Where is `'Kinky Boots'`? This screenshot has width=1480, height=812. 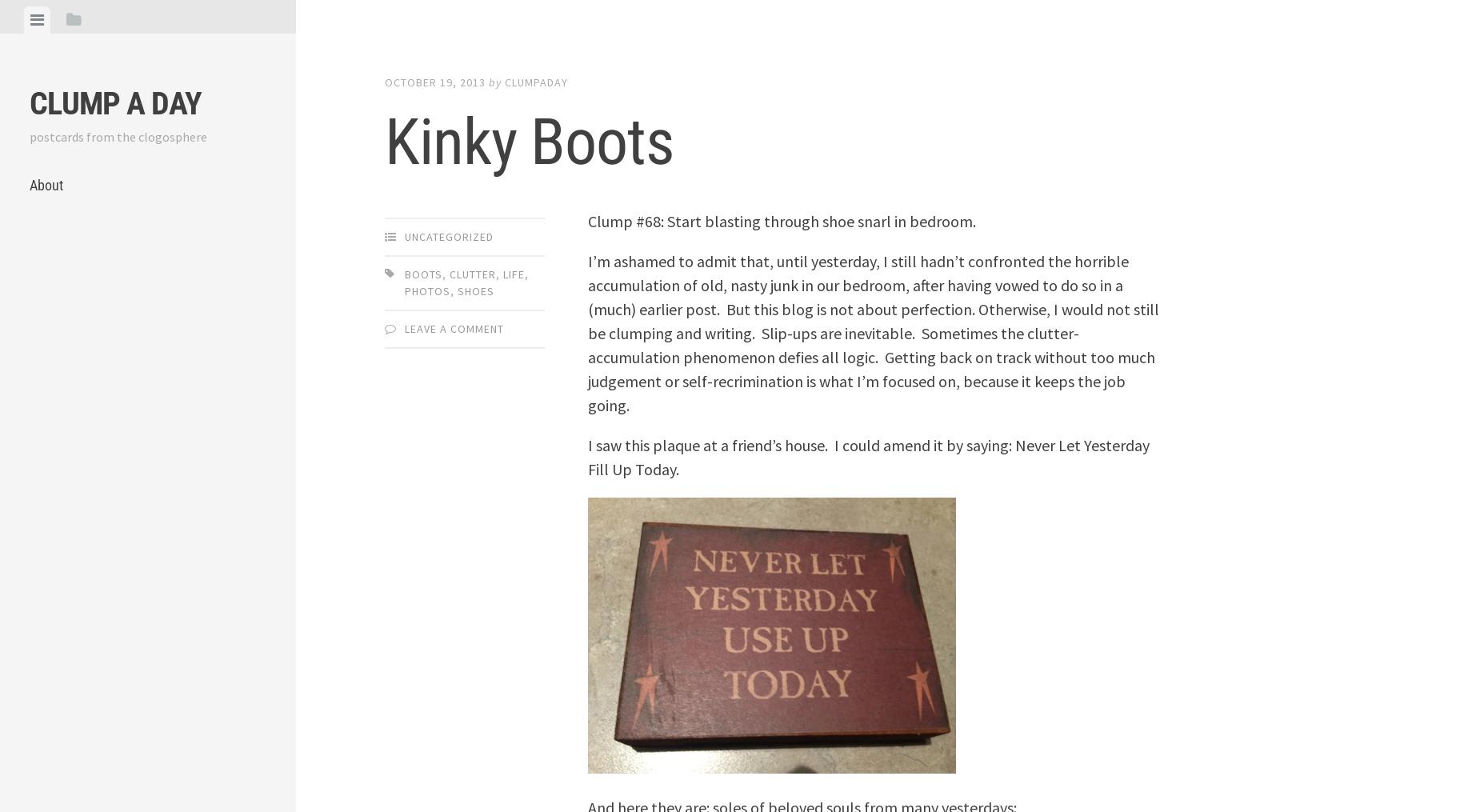 'Kinky Boots' is located at coordinates (529, 141).